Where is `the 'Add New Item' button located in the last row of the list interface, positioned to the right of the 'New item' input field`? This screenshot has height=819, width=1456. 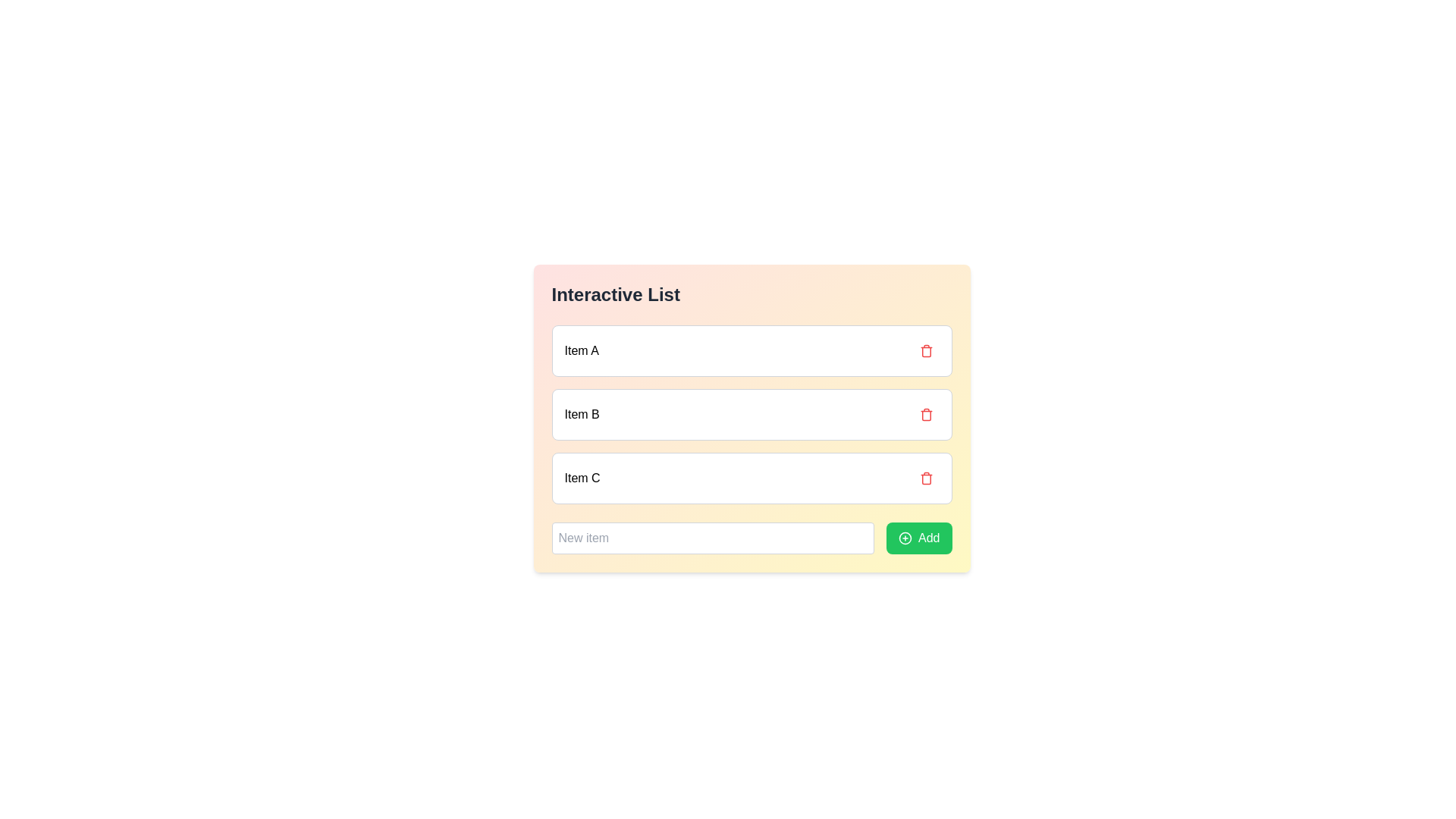 the 'Add New Item' button located in the last row of the list interface, positioned to the right of the 'New item' input field is located at coordinates (918, 537).